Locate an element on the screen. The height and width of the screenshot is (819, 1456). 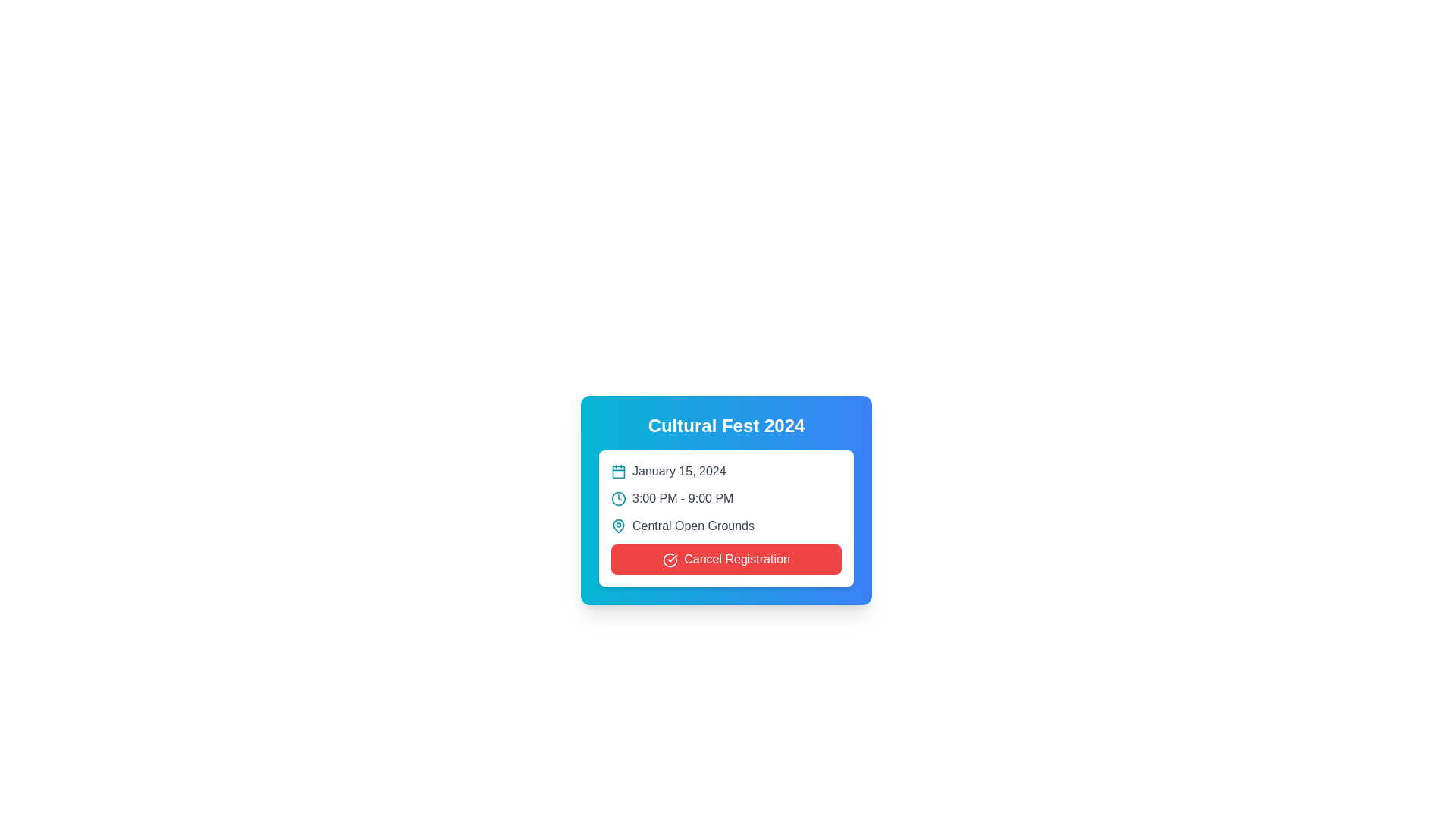
date text displaying 'January 15, 2024' which is styled in dark gray and located to the right of a calendar icon within the event details section is located at coordinates (678, 470).